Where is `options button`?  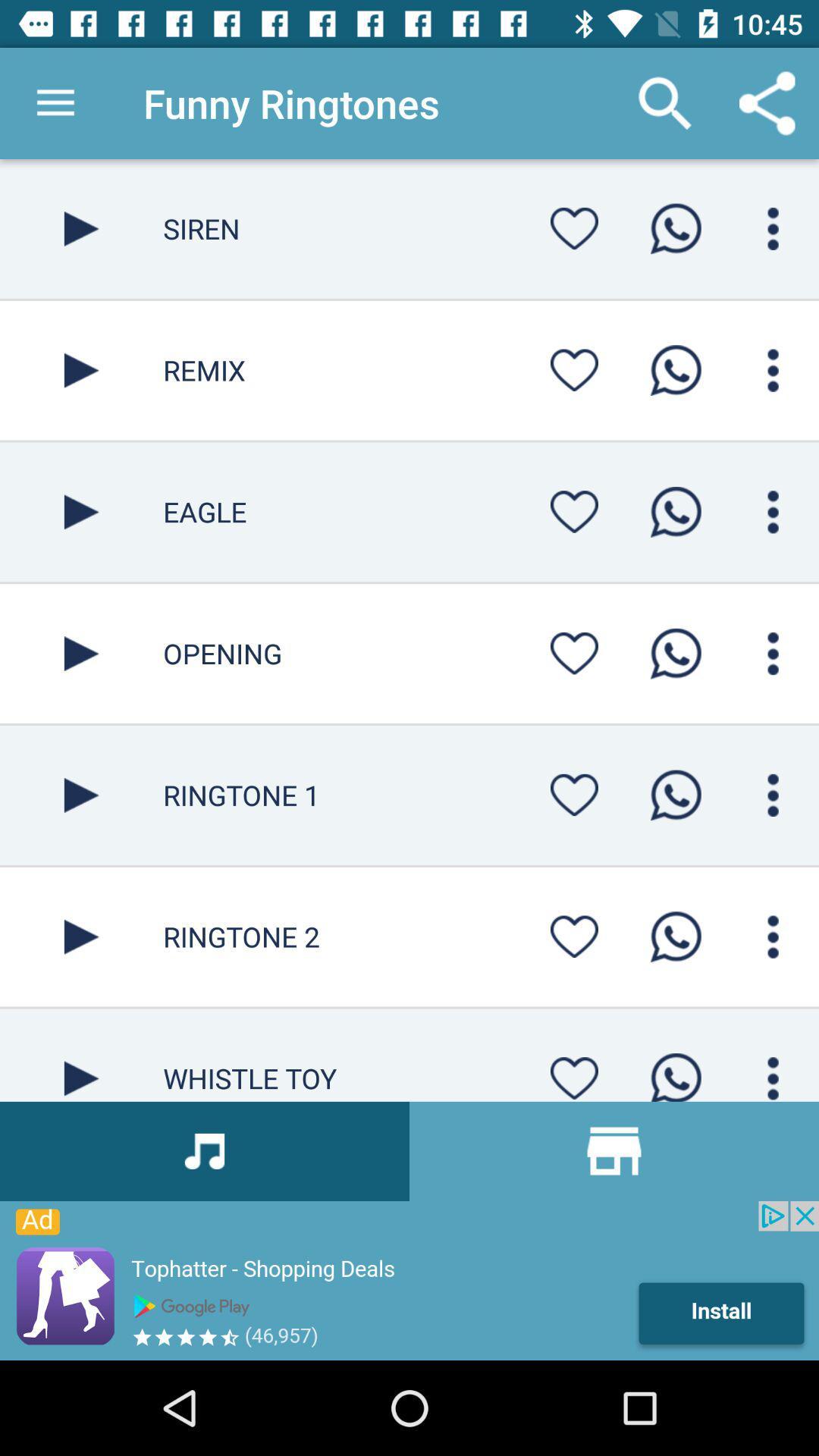
options button is located at coordinates (773, 794).